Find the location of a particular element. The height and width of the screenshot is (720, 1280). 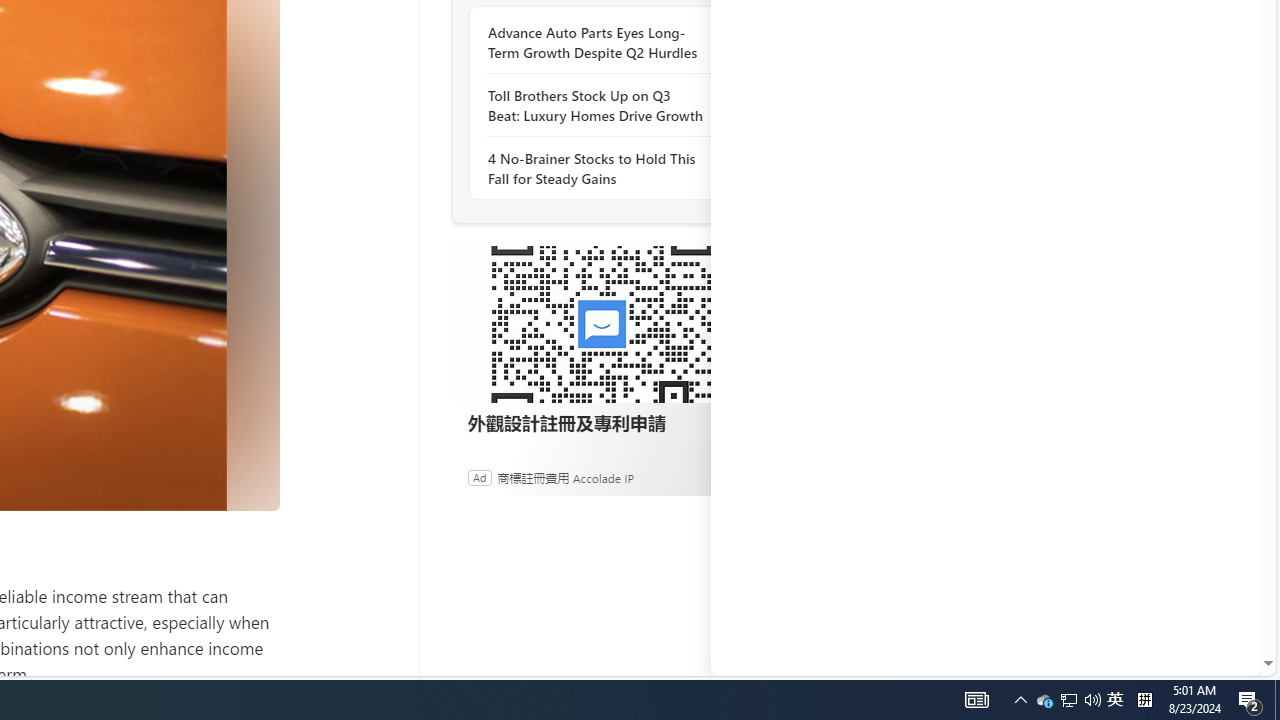

'Advance Auto Parts Eyes Long-Term Growth Despite Q2 Hurdles' is located at coordinates (595, 43).